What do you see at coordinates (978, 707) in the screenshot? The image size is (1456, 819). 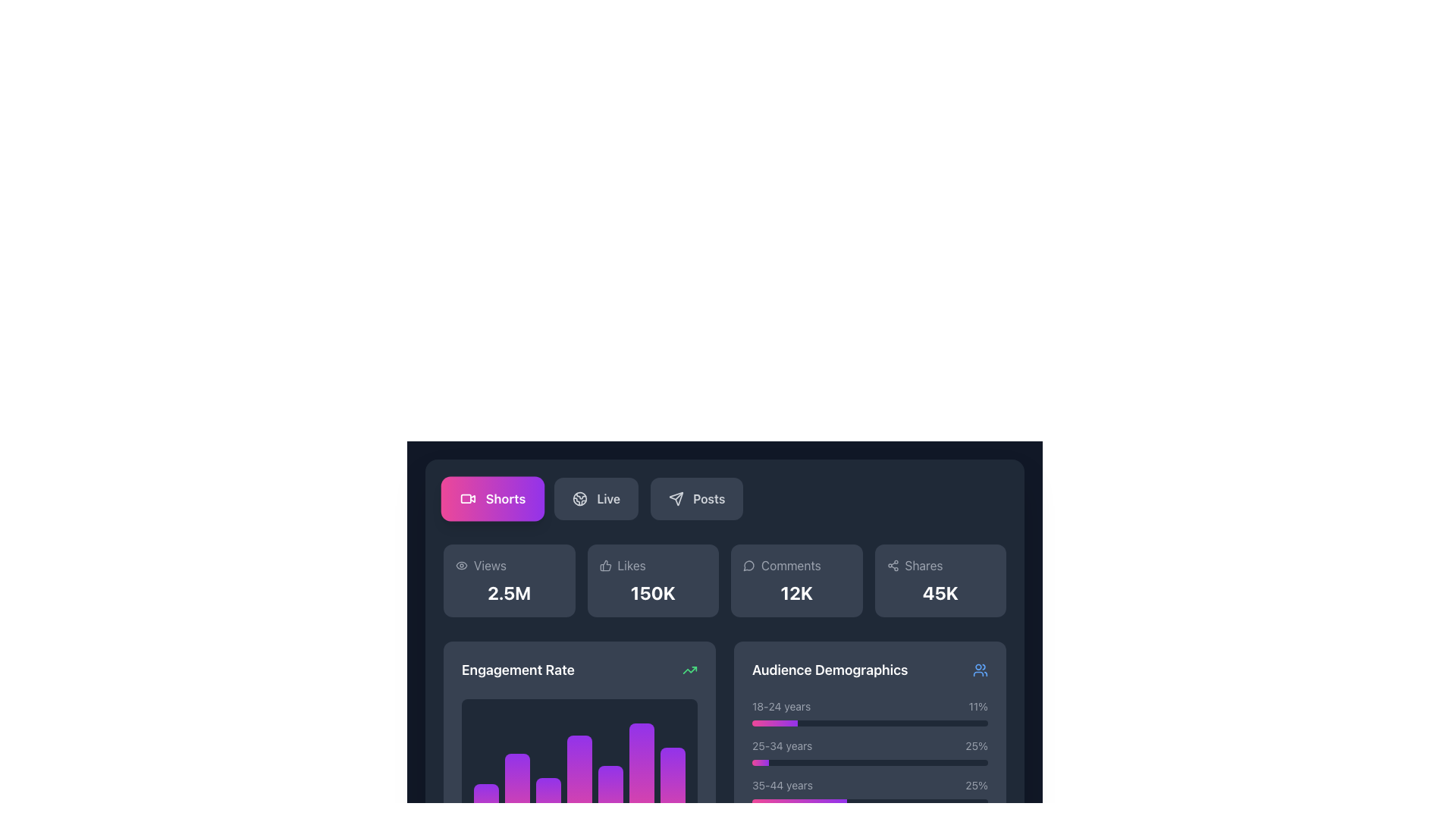 I see `the Text label displaying the percentage value (11%) for the '18-24 years' age demographic in the 'Audience Demographics' section of the dashboard` at bounding box center [978, 707].